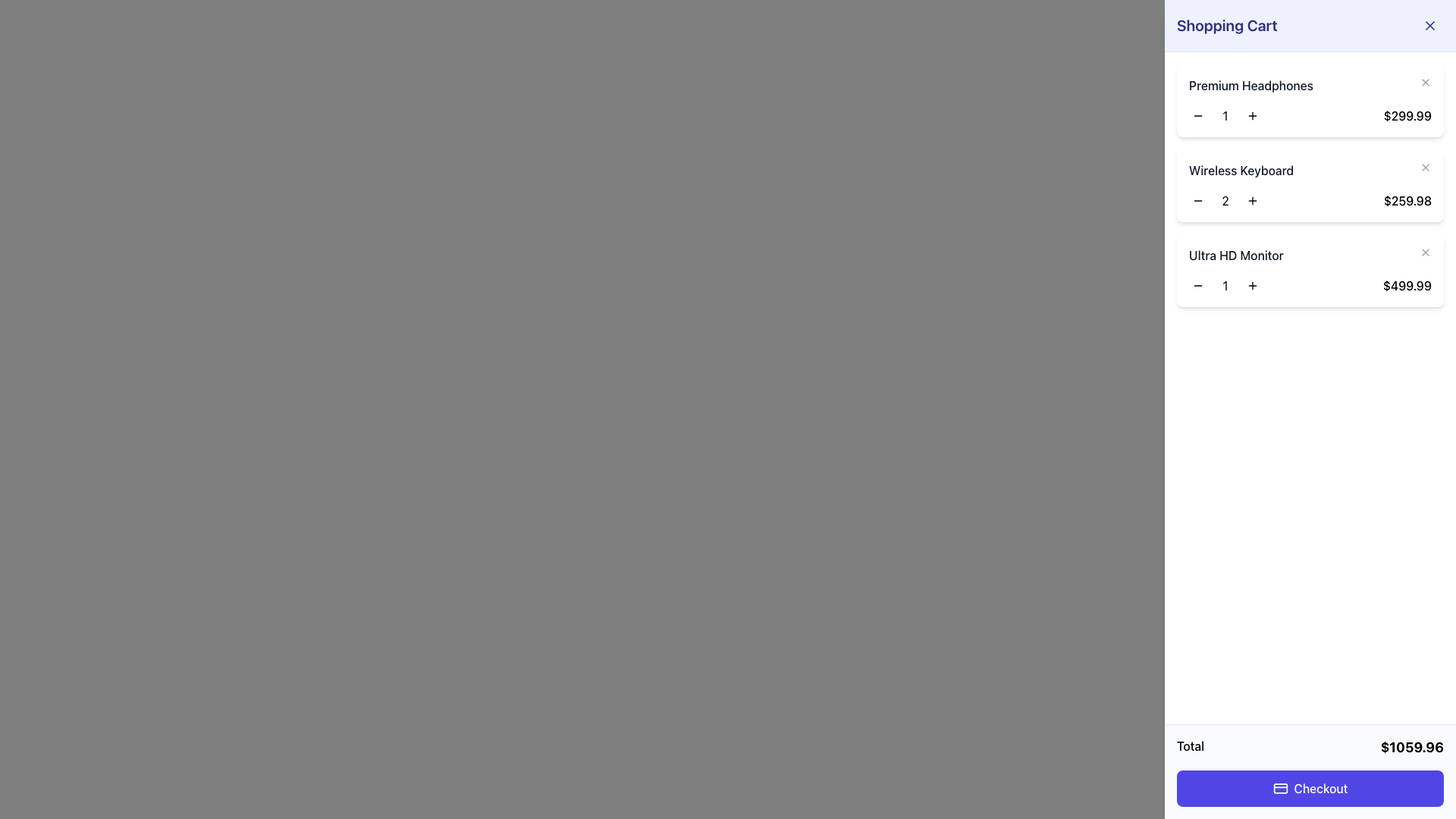  Describe the element at coordinates (1407, 115) in the screenshot. I see `the text label displaying the price '$299.99' in the shopping cart, located at the top-right corner of the first product row` at that location.